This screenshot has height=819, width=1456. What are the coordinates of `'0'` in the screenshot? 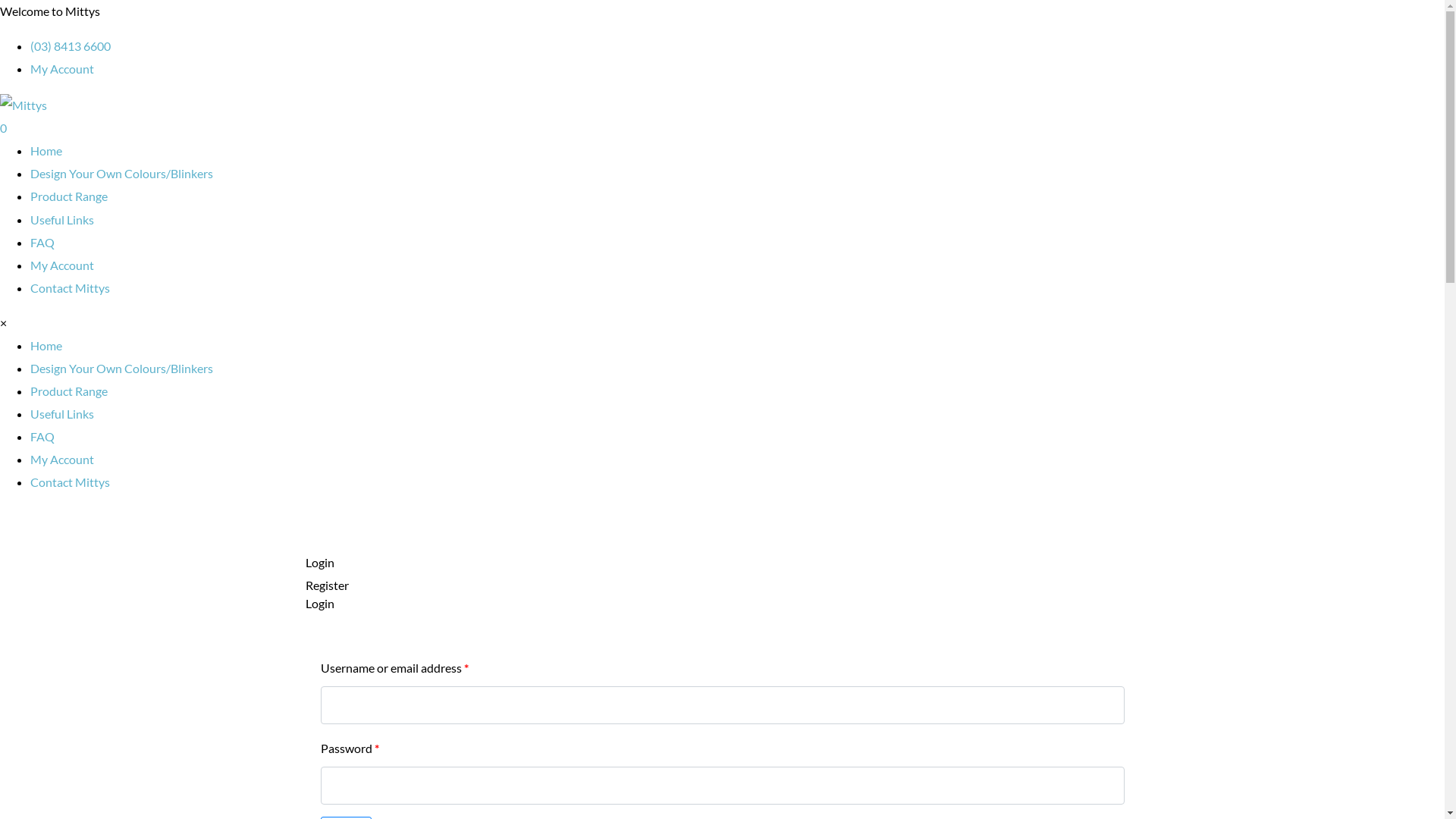 It's located at (3, 127).